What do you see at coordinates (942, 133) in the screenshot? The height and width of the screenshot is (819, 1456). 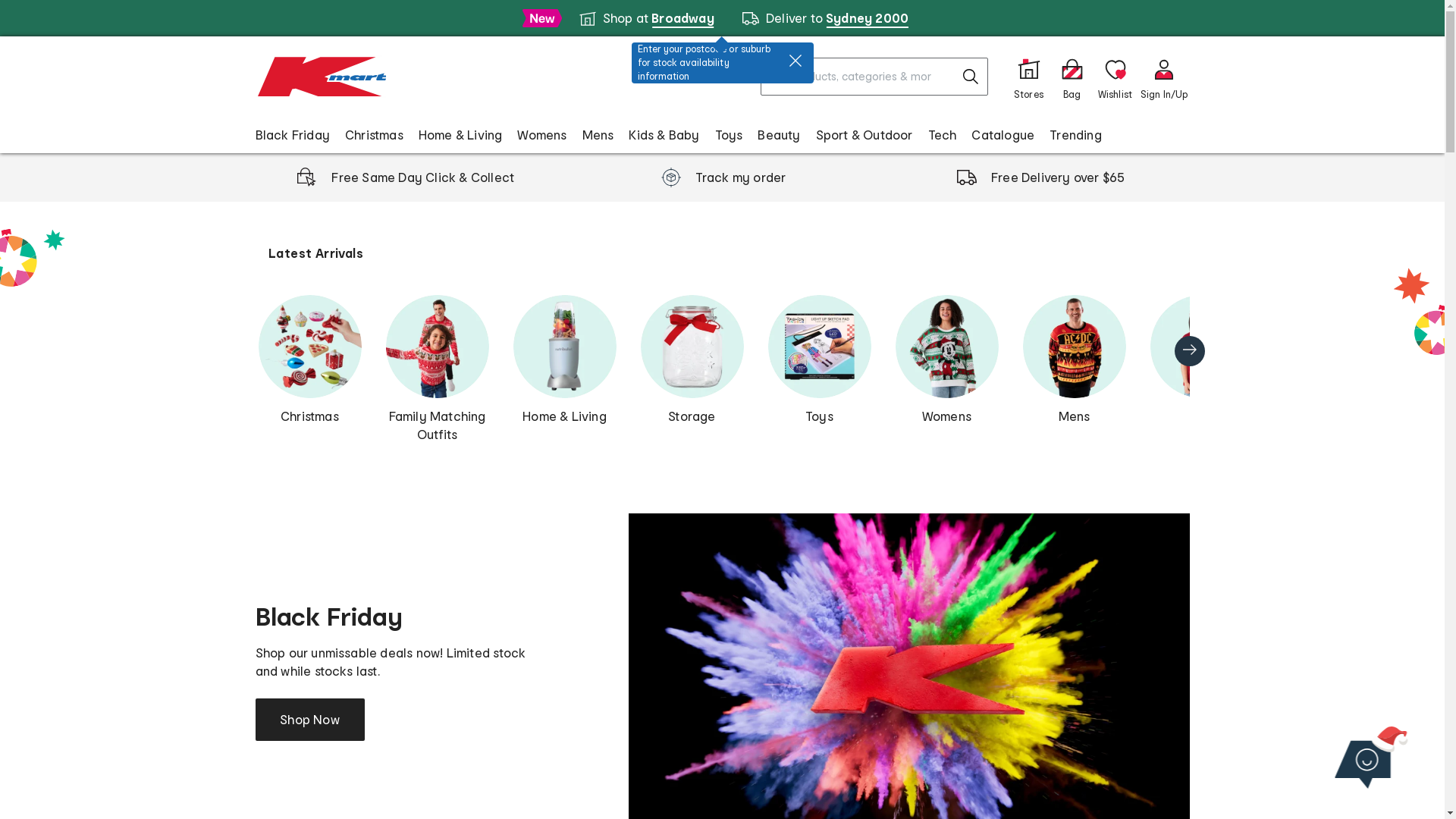 I see `'Tech'` at bounding box center [942, 133].